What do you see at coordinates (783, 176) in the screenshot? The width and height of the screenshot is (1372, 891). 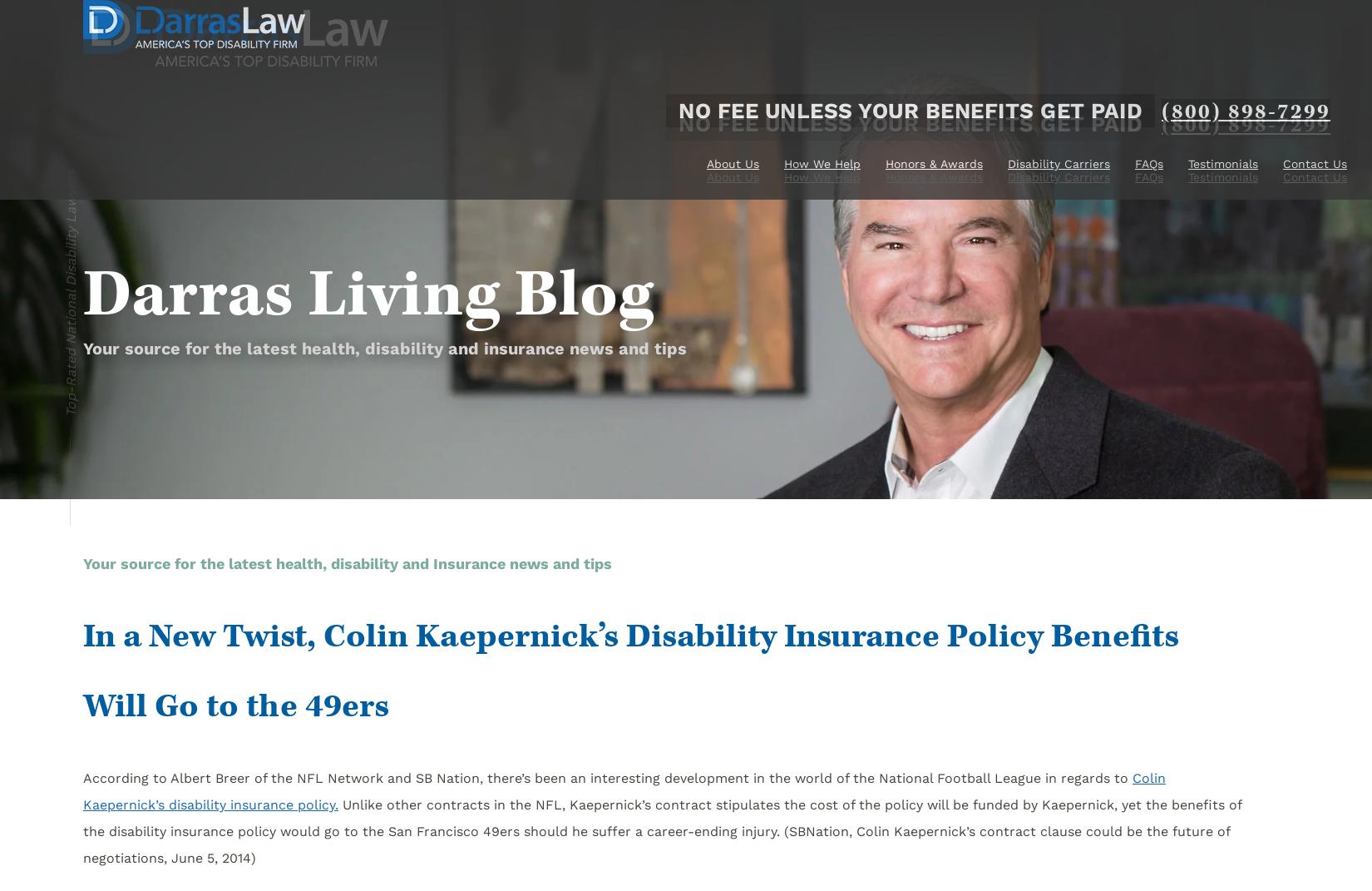 I see `'How We Help'` at bounding box center [783, 176].